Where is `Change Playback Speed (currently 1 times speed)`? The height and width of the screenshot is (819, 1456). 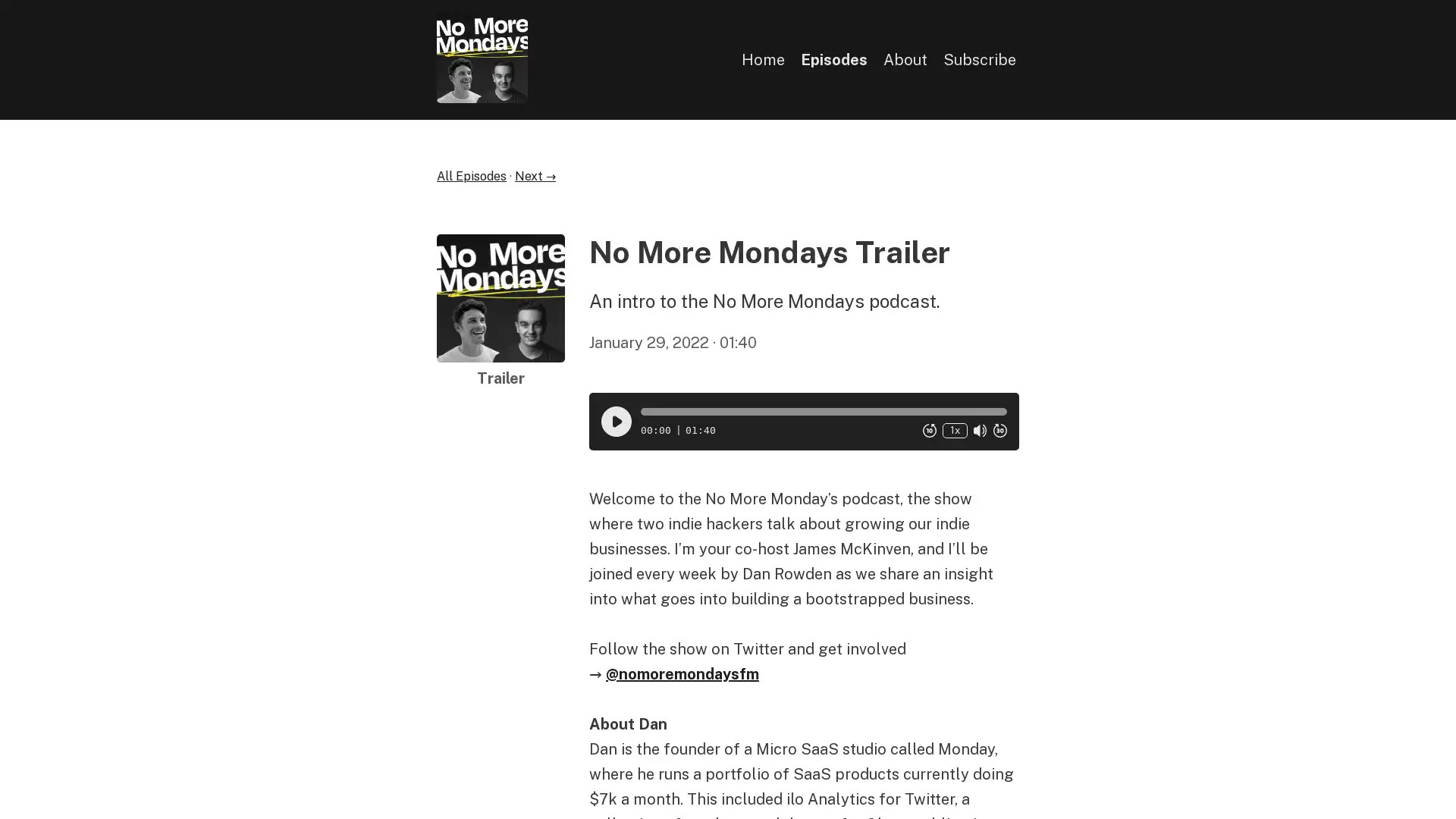 Change Playback Speed (currently 1 times speed) is located at coordinates (953, 430).